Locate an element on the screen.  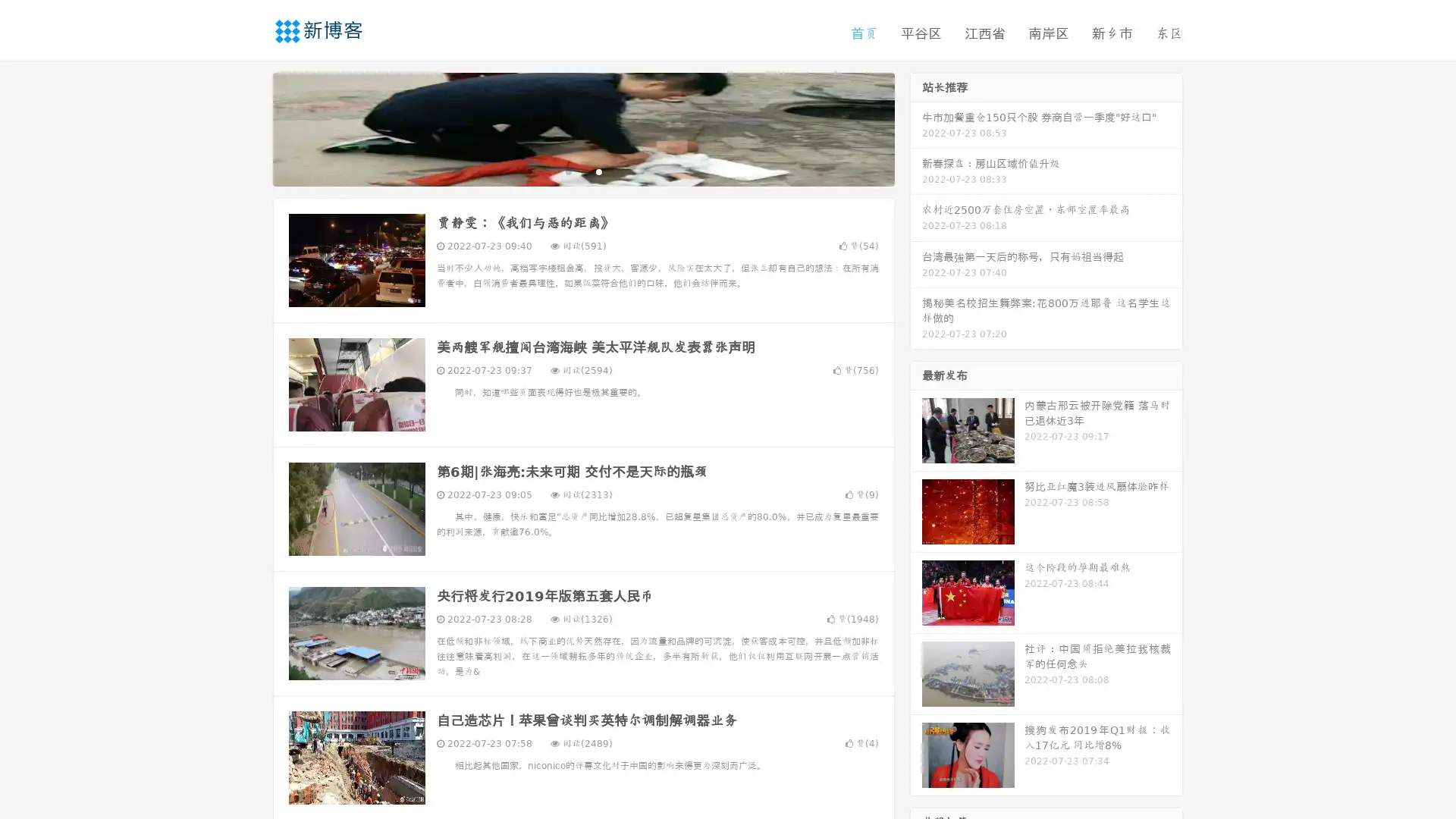
Previous slide is located at coordinates (250, 127).